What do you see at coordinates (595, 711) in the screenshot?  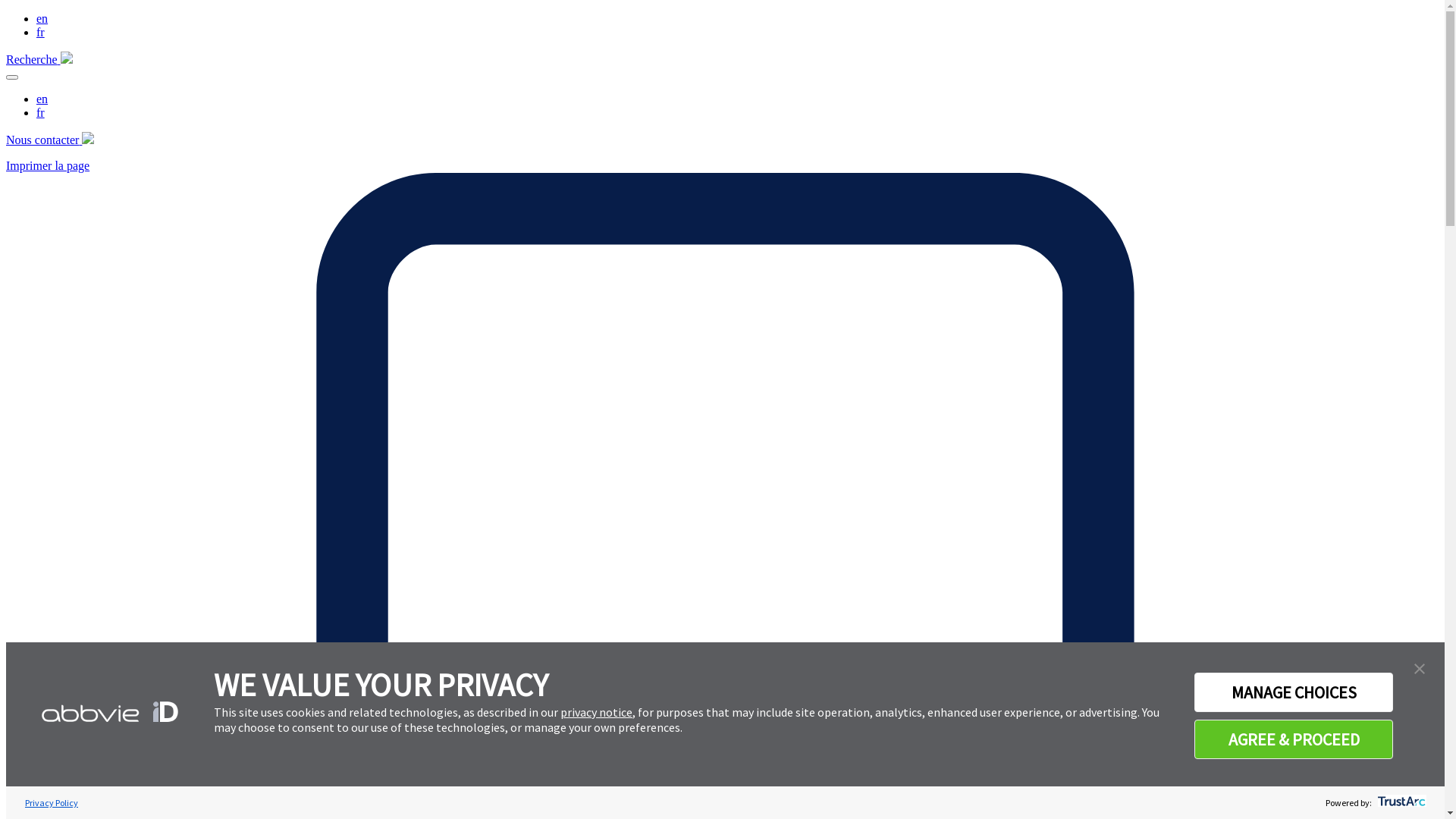 I see `'privacy notice'` at bounding box center [595, 711].